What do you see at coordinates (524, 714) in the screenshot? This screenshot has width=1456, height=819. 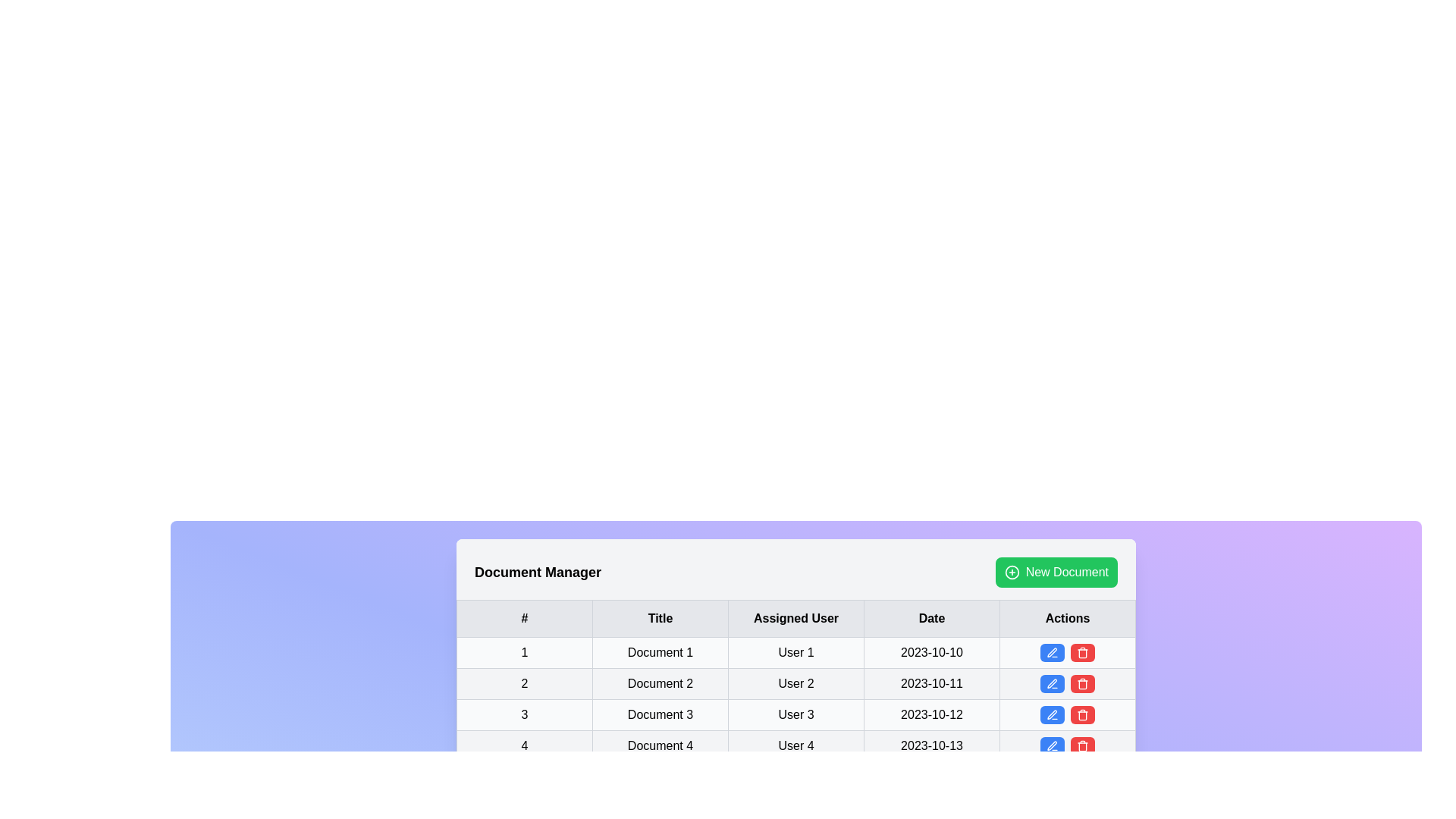 I see `the table cell containing the number '3'` at bounding box center [524, 714].